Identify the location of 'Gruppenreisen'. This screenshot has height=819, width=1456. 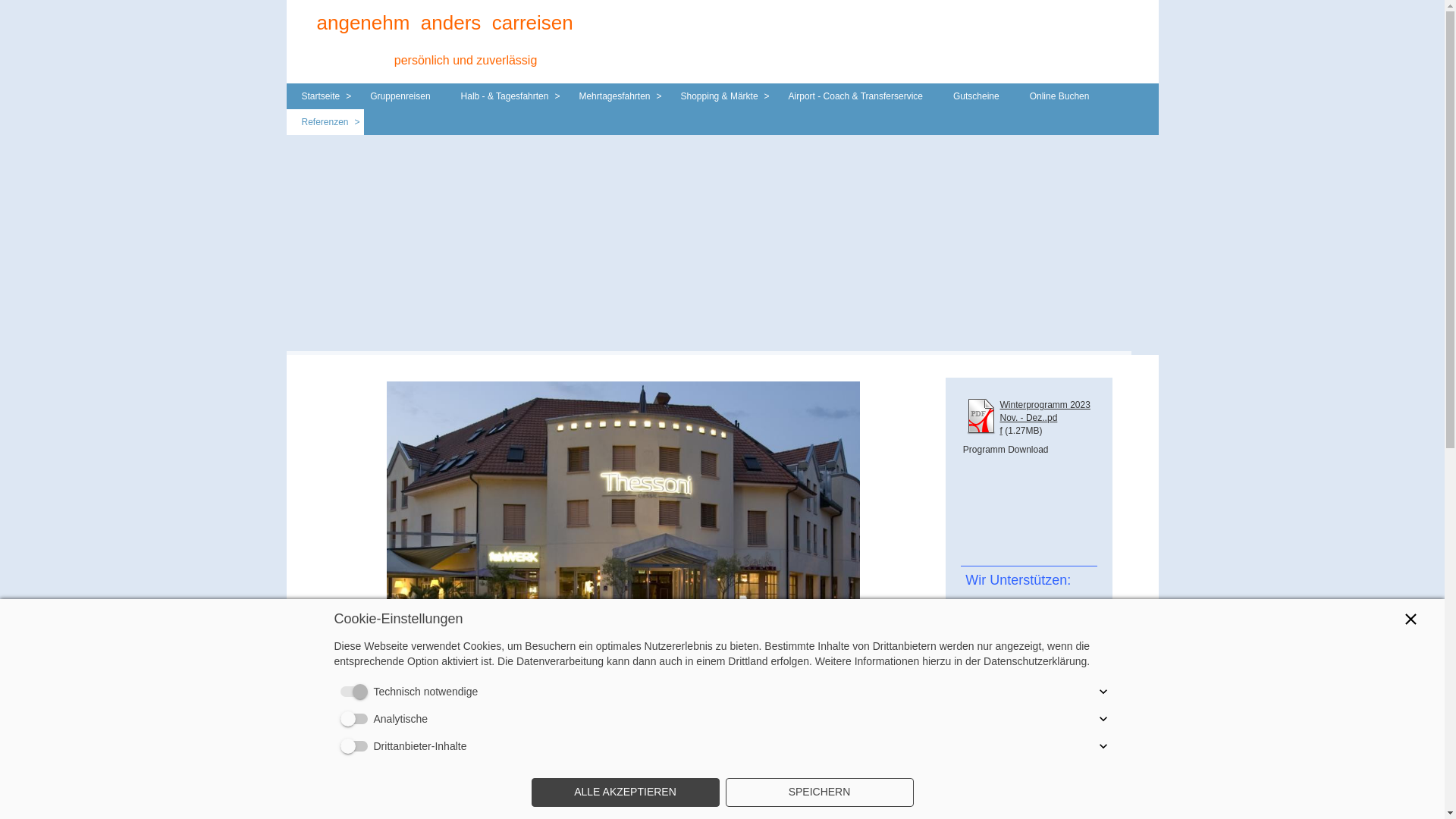
(400, 96).